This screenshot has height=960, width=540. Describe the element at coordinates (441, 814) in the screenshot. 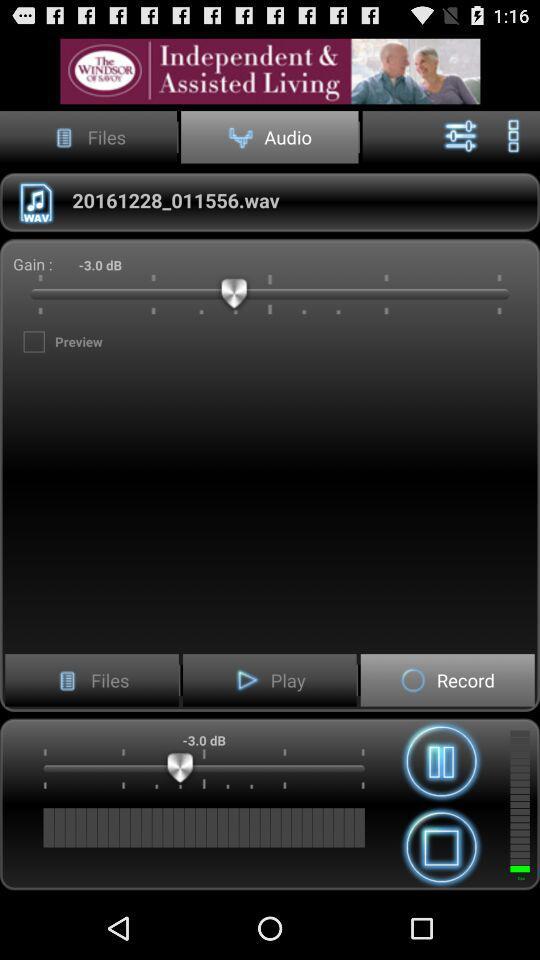

I see `the pause icon` at that location.